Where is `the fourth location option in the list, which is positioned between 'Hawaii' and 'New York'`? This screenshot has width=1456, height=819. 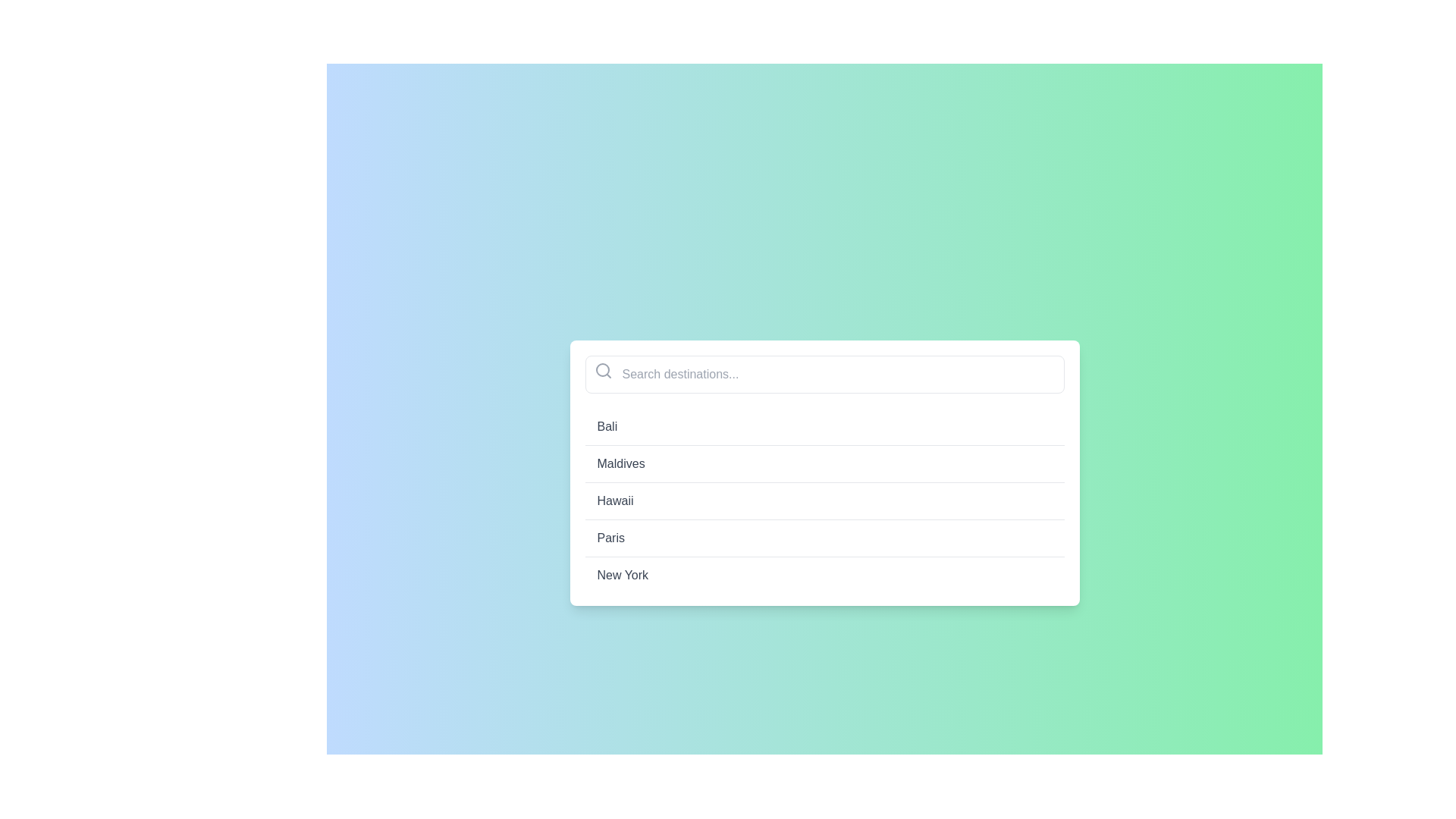 the fourth location option in the list, which is positioned between 'Hawaii' and 'New York' is located at coordinates (824, 537).